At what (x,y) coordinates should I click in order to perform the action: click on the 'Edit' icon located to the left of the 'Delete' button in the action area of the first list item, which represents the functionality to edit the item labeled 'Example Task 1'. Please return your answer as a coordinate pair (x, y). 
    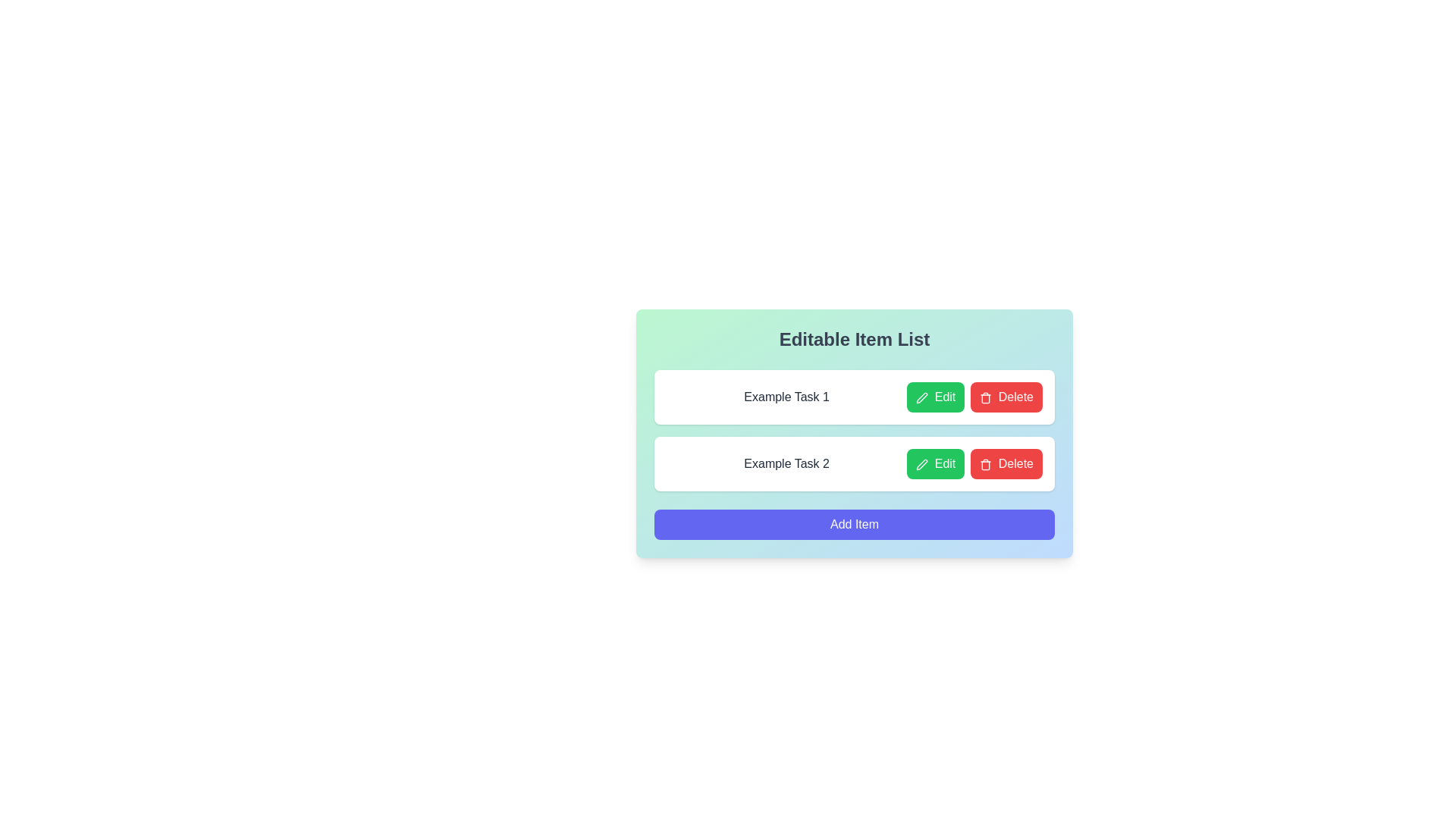
    Looking at the image, I should click on (921, 397).